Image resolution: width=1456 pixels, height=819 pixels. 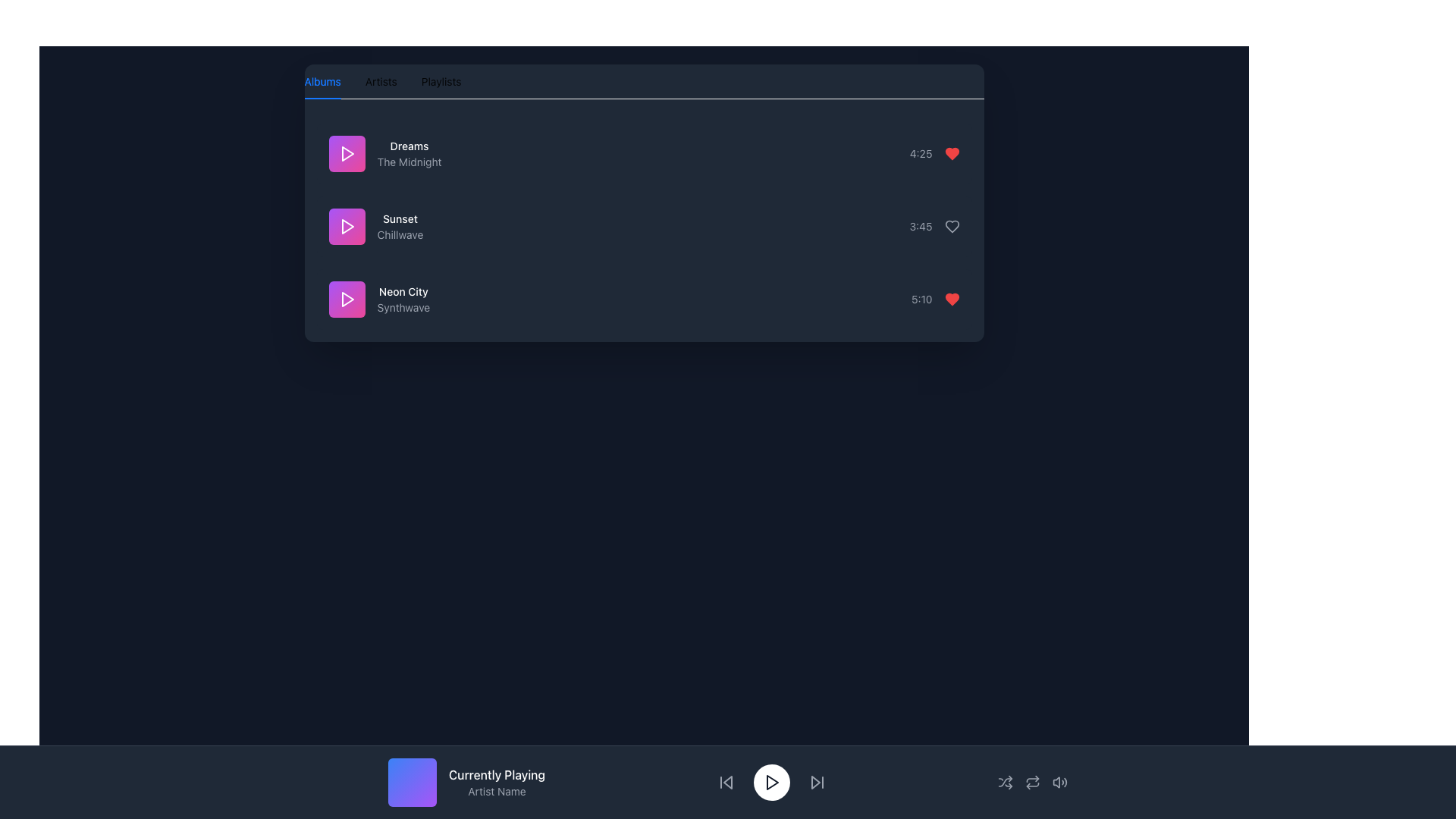 I want to click on the play/pause button located in the control panel at the bottom of the interface, so click(x=771, y=783).